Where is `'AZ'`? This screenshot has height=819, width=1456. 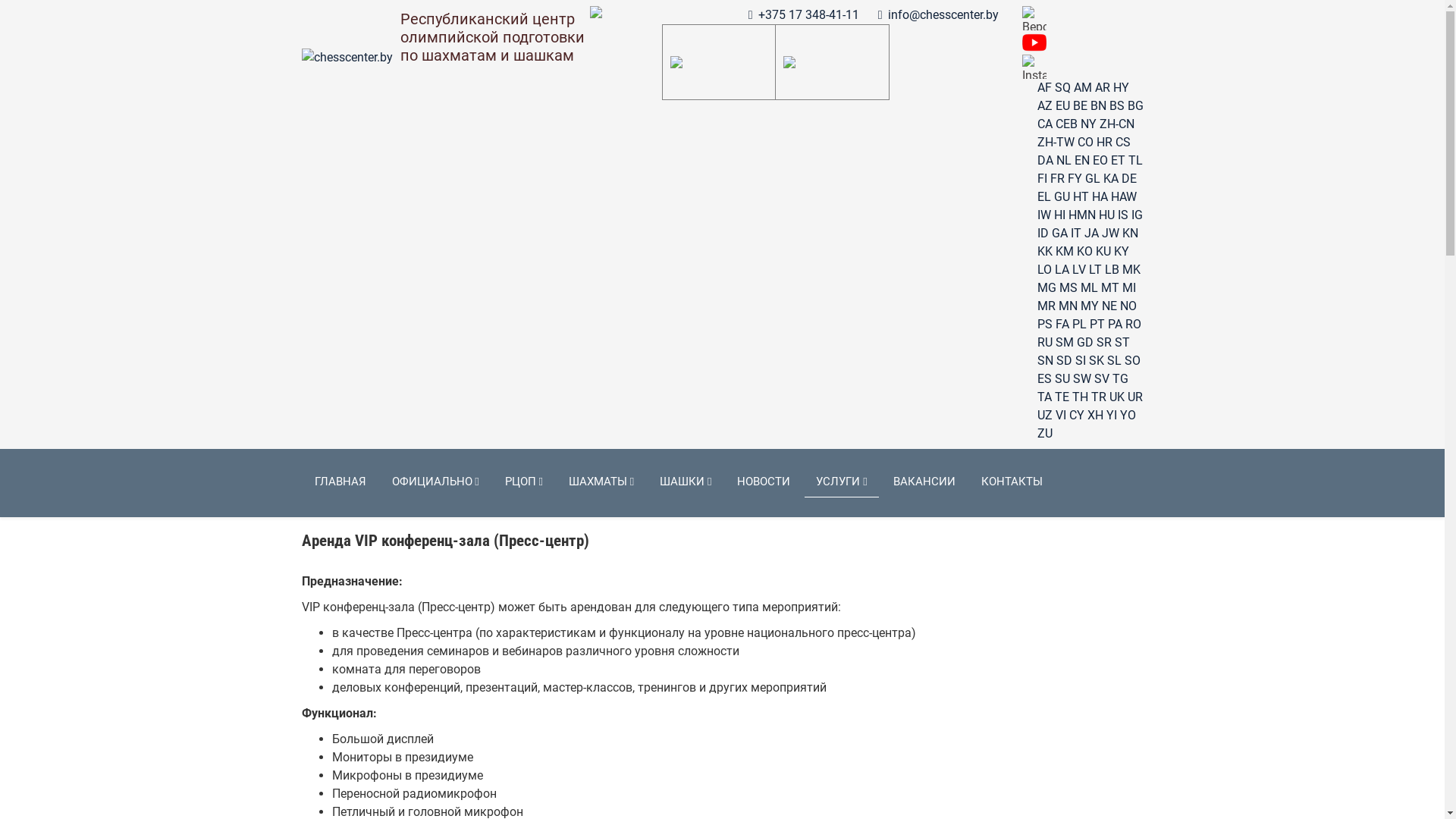 'AZ' is located at coordinates (1043, 105).